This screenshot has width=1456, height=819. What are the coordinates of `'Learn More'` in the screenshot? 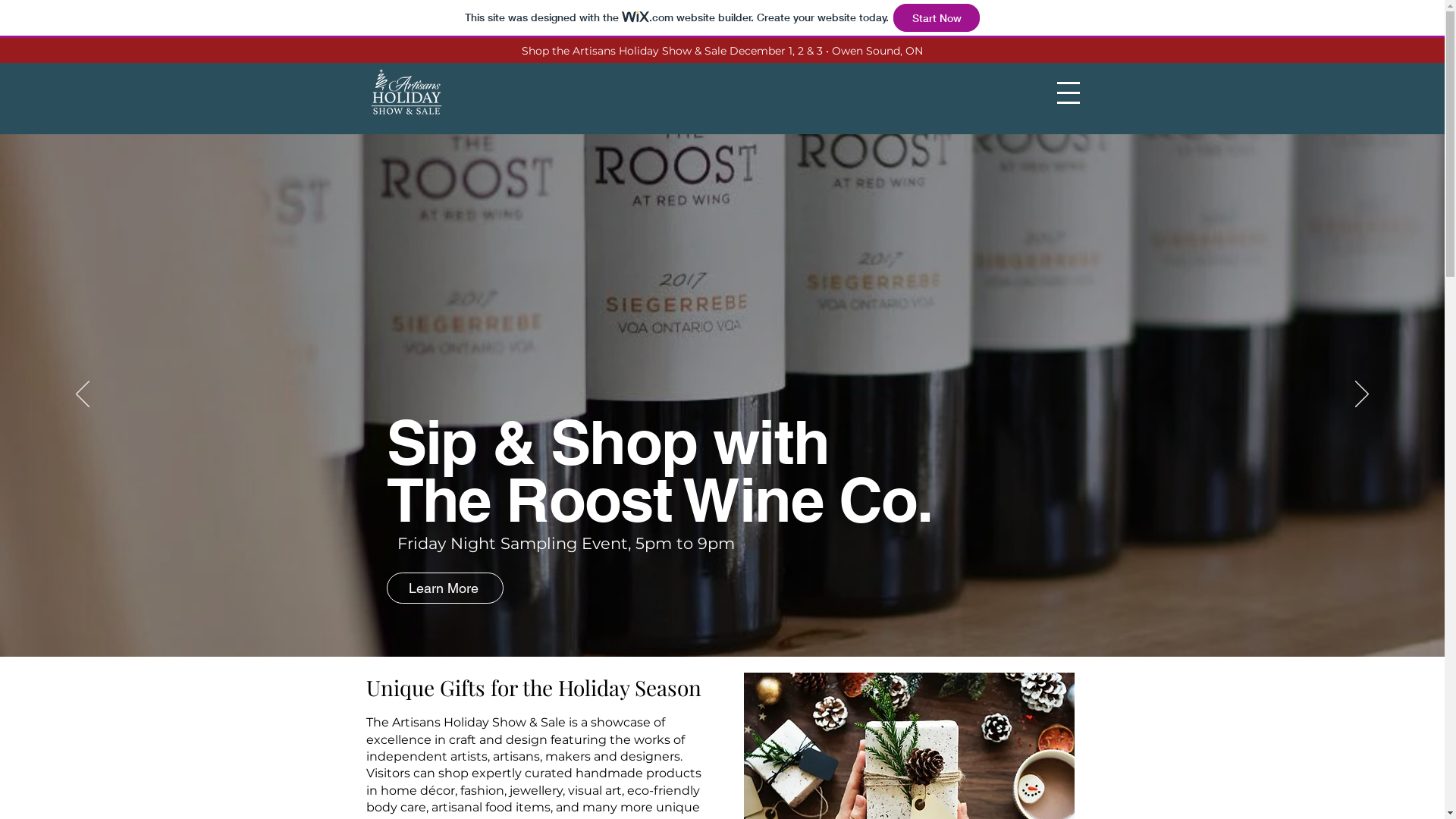 It's located at (444, 587).